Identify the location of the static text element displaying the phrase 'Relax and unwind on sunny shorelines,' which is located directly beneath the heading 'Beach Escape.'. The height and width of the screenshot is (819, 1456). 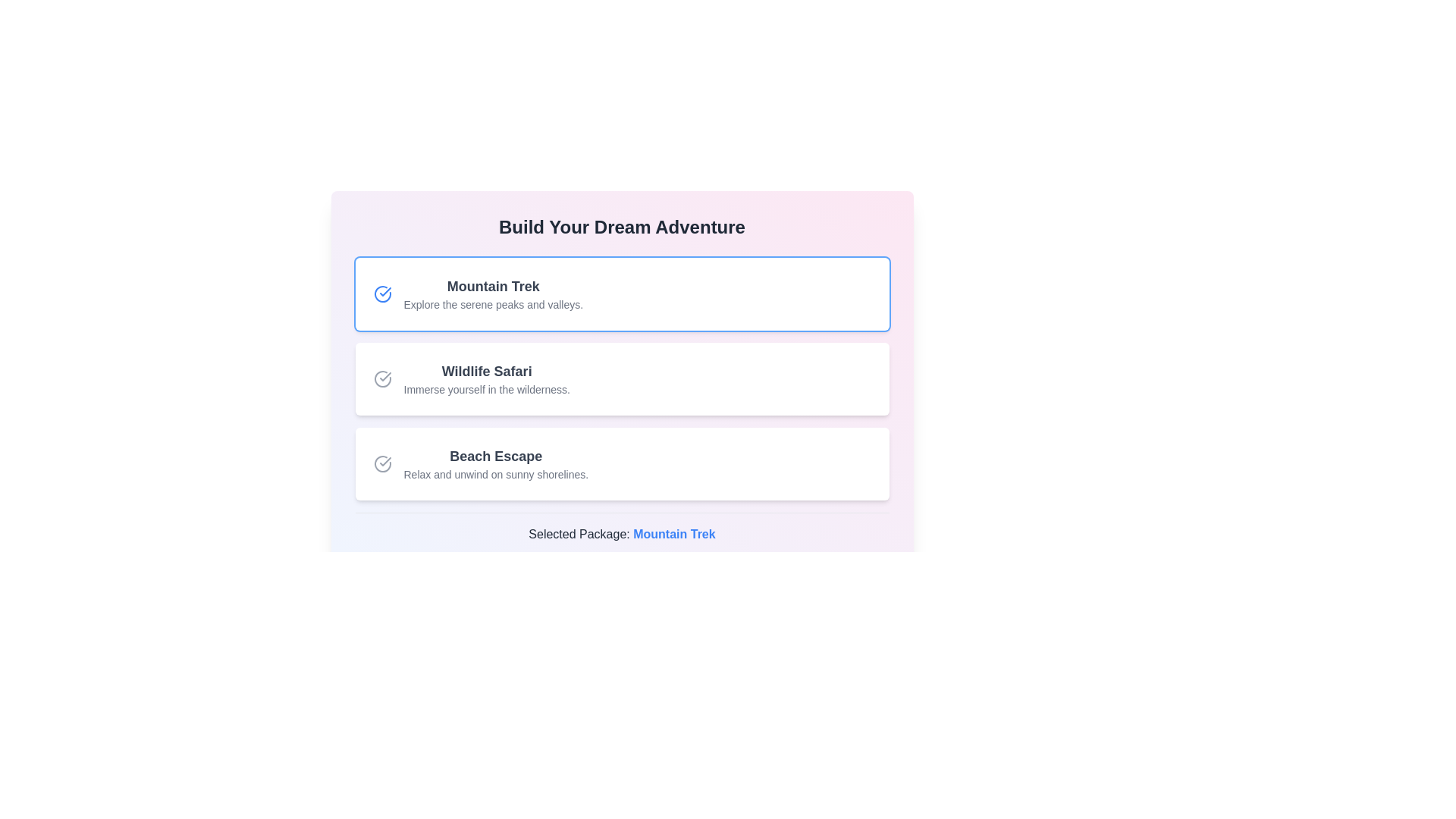
(496, 473).